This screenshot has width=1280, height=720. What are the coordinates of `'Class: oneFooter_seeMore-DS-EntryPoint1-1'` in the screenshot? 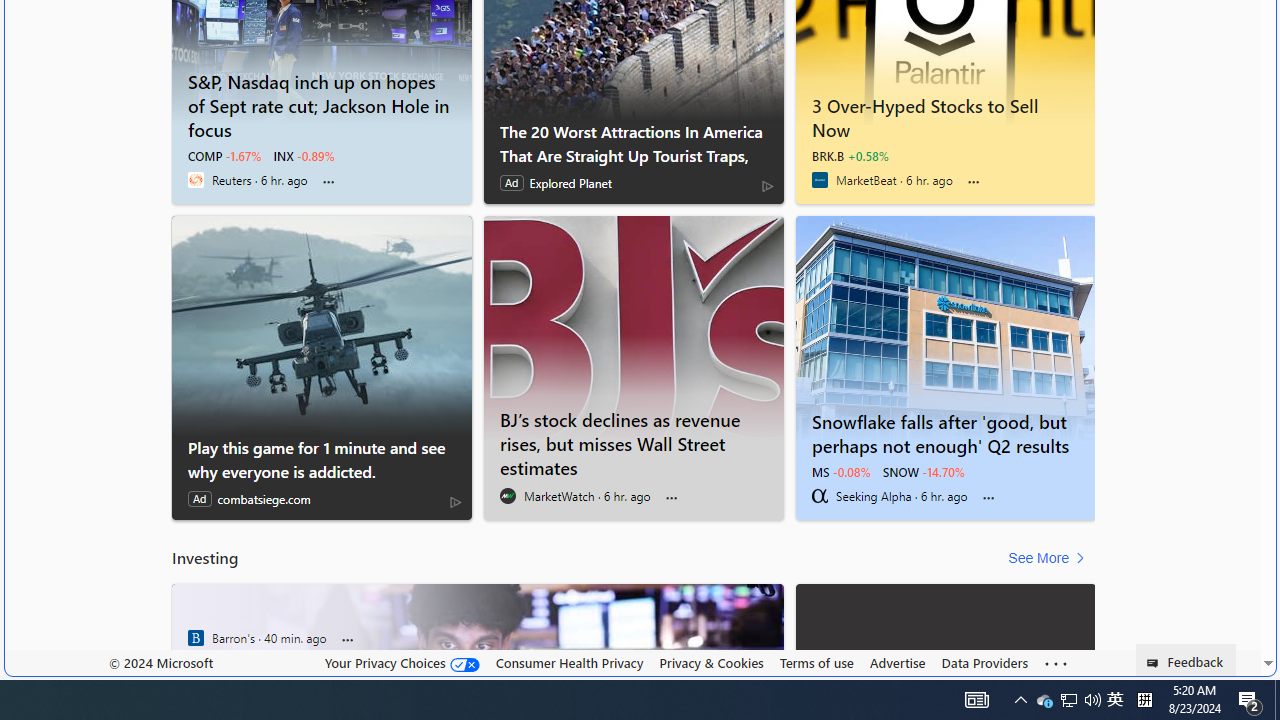 It's located at (1055, 663).